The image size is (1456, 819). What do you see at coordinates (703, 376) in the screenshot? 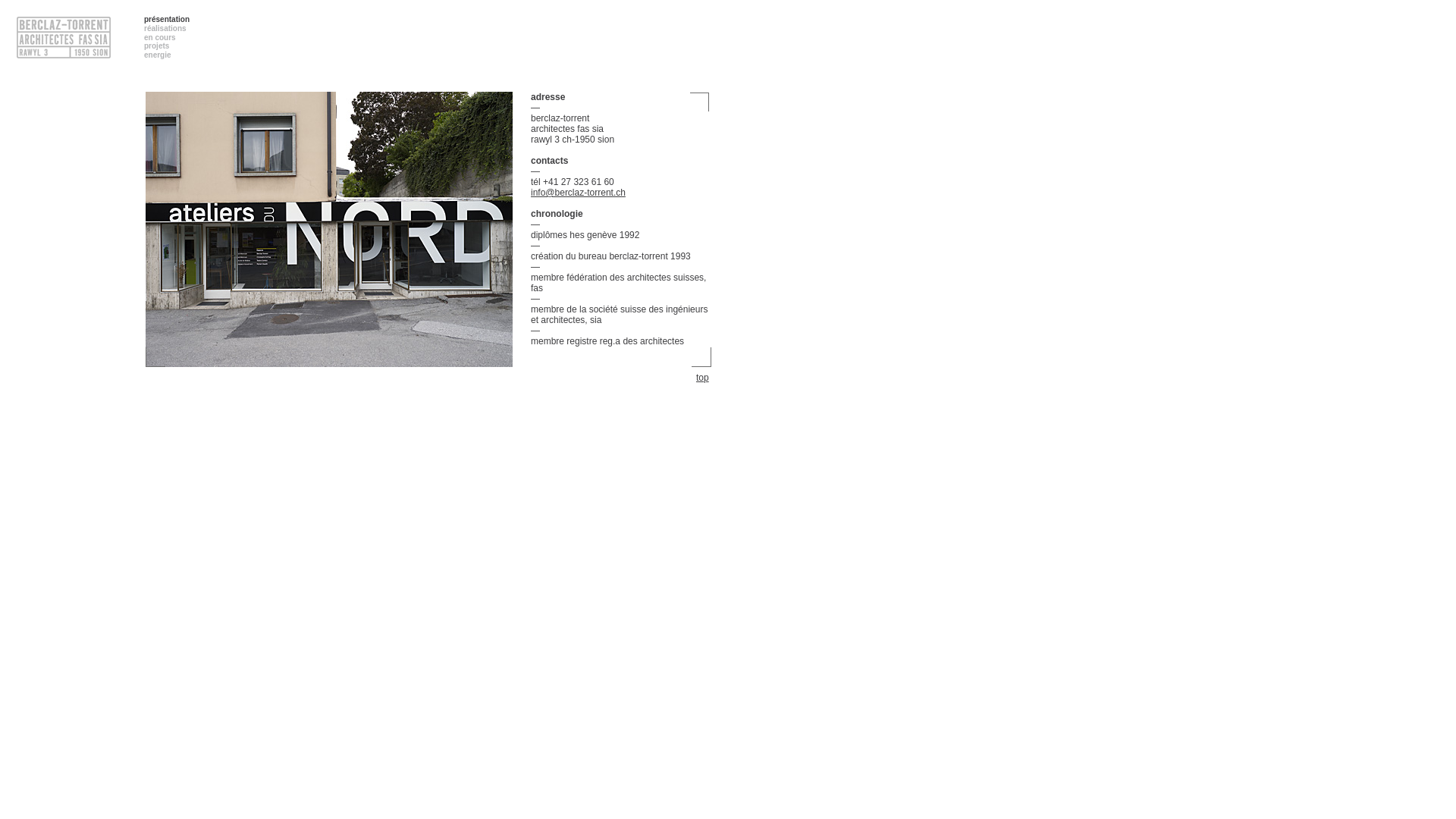
I see `'top'` at bounding box center [703, 376].